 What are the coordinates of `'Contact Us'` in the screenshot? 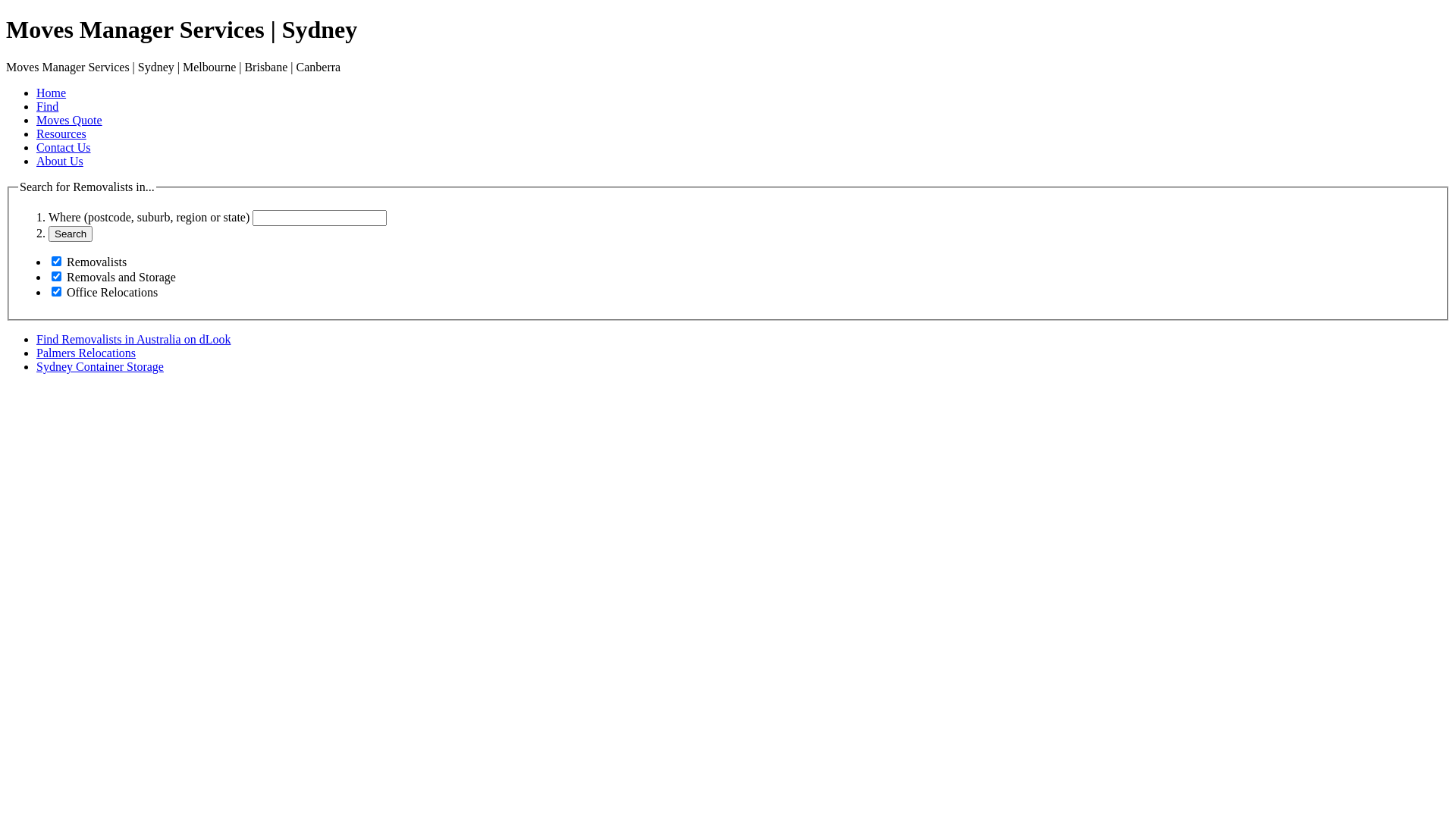 It's located at (62, 147).